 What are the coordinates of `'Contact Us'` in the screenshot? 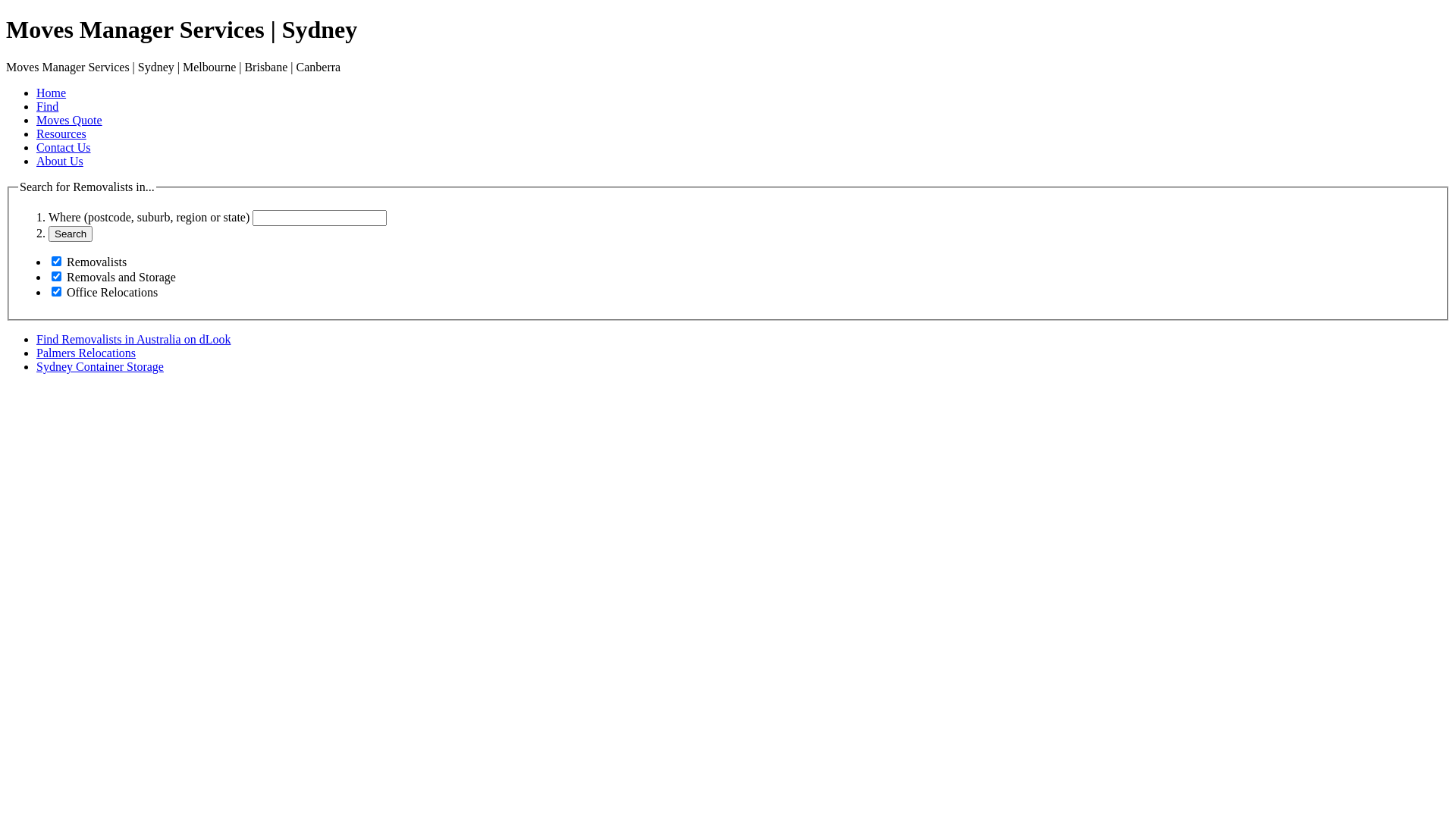 It's located at (62, 147).